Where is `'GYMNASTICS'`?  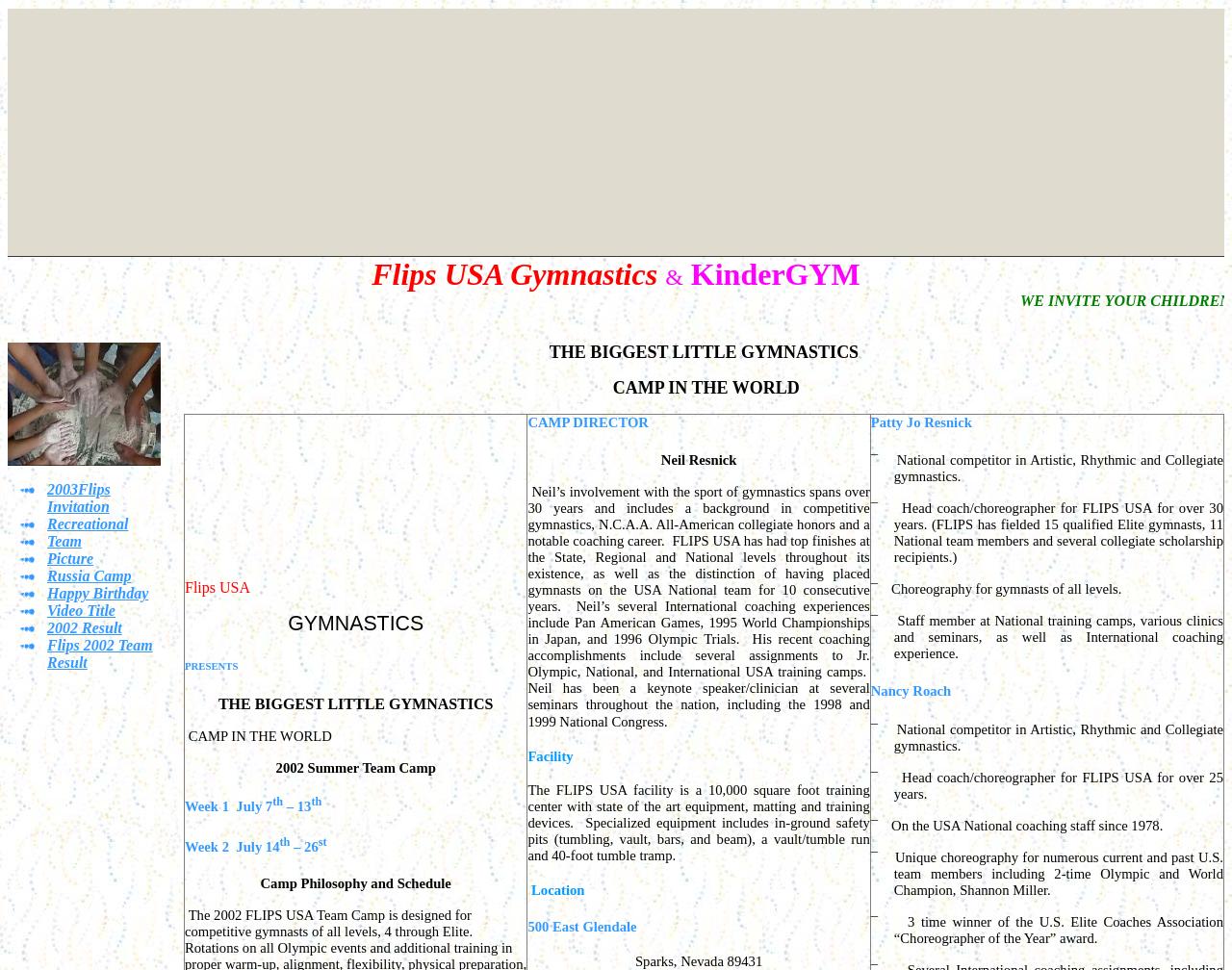 'GYMNASTICS' is located at coordinates (287, 624).